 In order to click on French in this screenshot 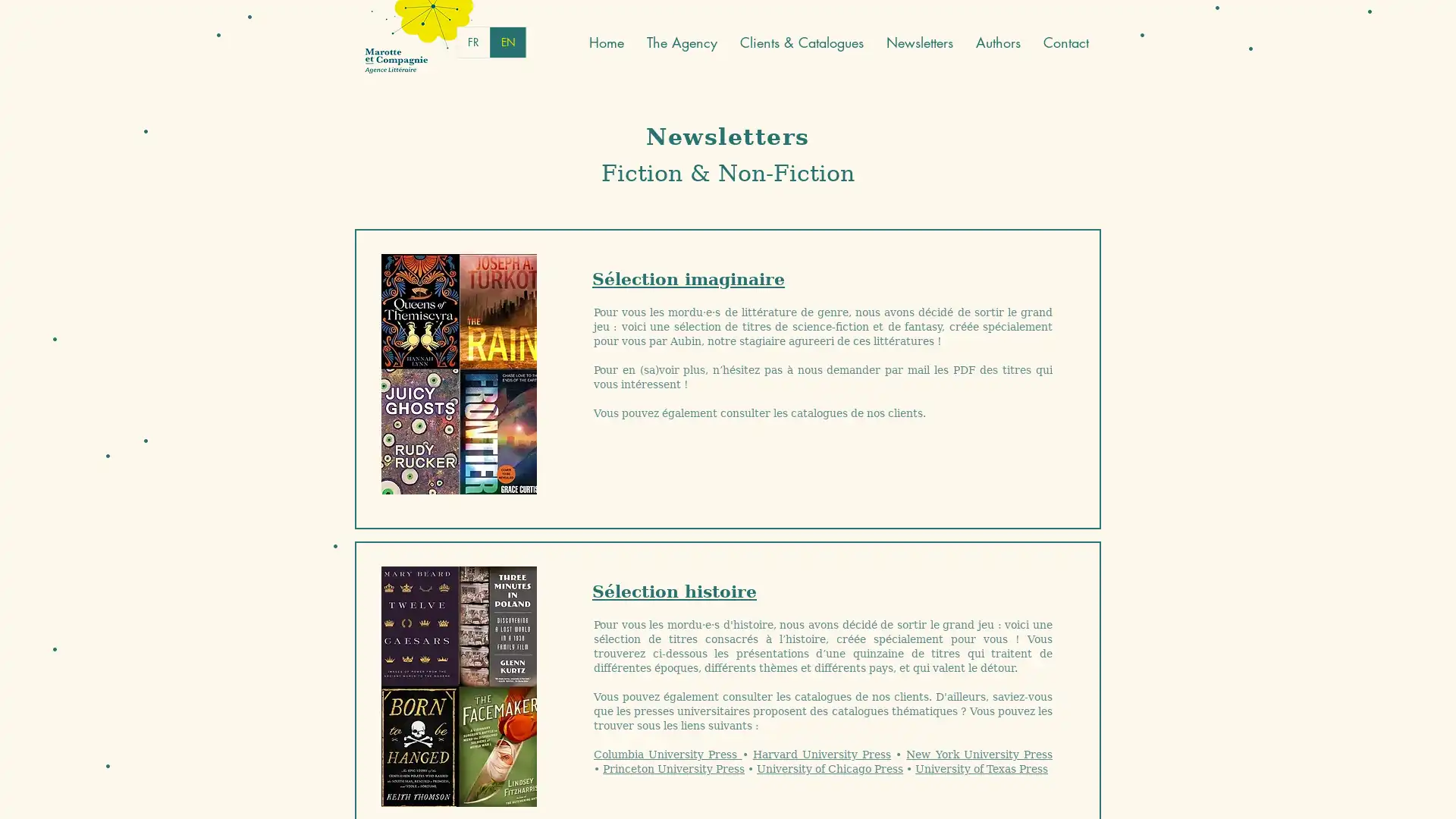, I will do `click(506, 42)`.